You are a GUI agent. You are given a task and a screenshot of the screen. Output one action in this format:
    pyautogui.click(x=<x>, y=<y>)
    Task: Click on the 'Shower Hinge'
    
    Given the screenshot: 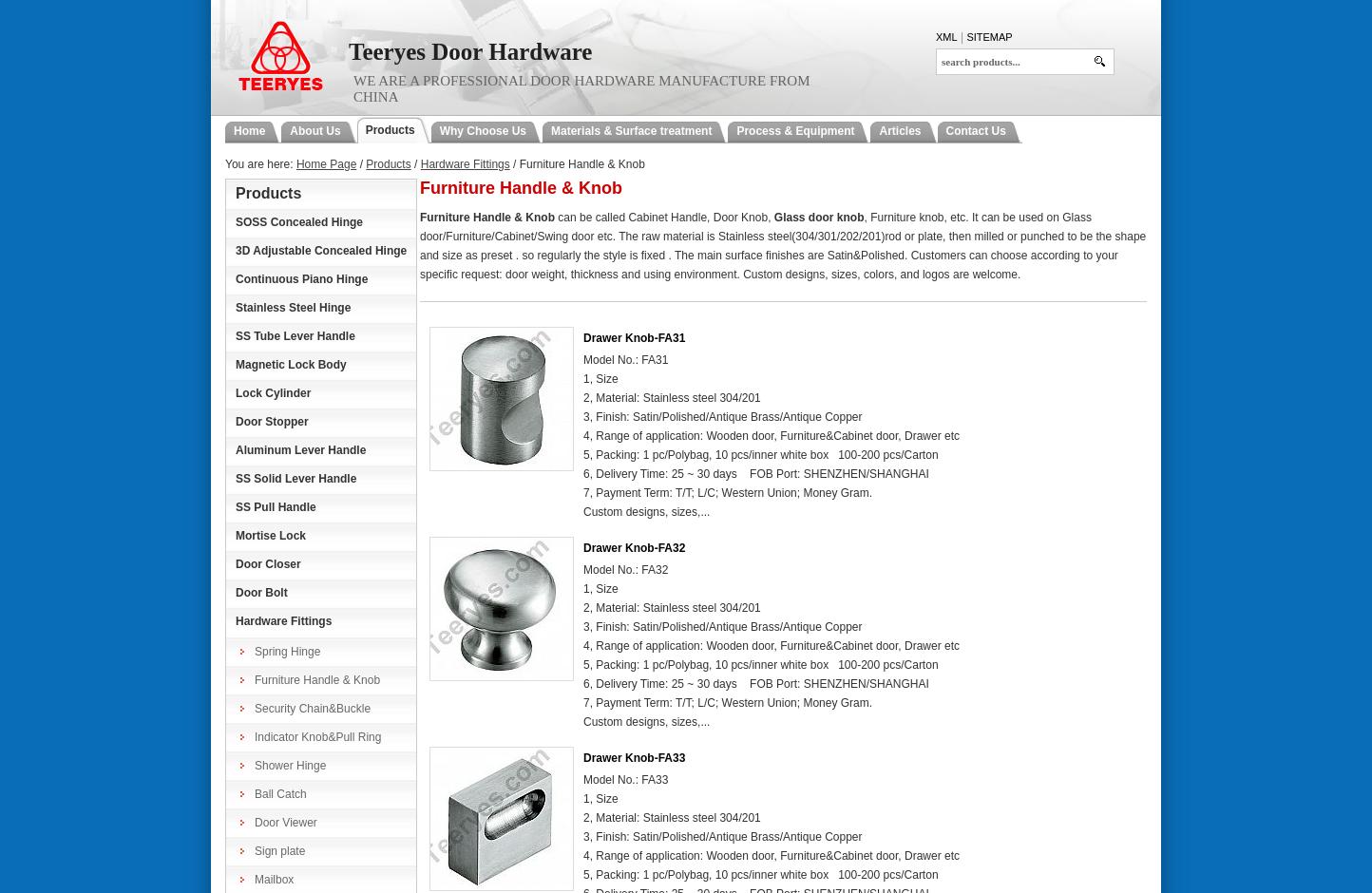 What is the action you would take?
    pyautogui.click(x=289, y=765)
    